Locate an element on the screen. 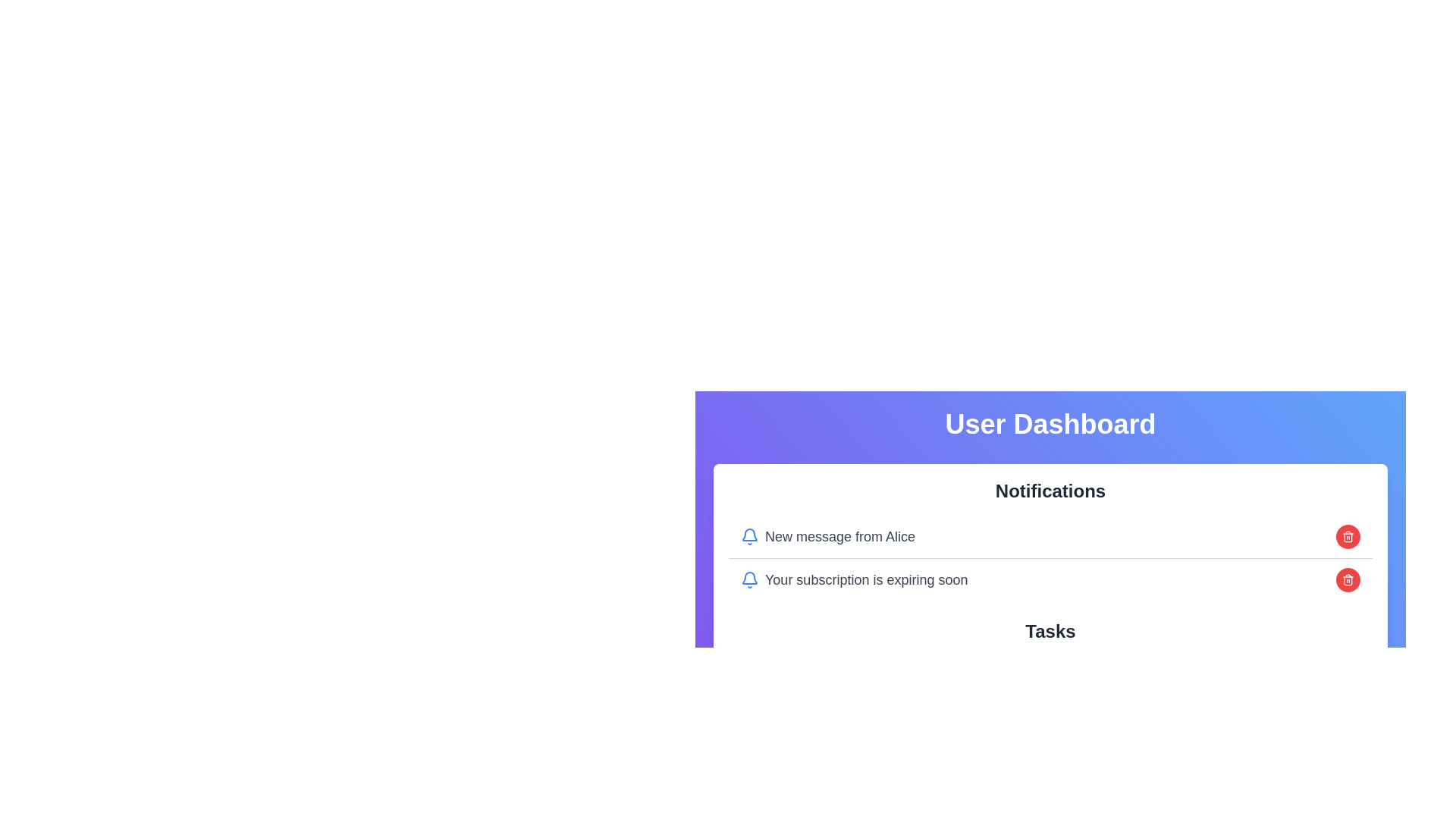 This screenshot has width=1456, height=819. the notification text label stating 'Your subscription is expiring soon' which is the second notification under the 'Notifications' section is located at coordinates (854, 579).